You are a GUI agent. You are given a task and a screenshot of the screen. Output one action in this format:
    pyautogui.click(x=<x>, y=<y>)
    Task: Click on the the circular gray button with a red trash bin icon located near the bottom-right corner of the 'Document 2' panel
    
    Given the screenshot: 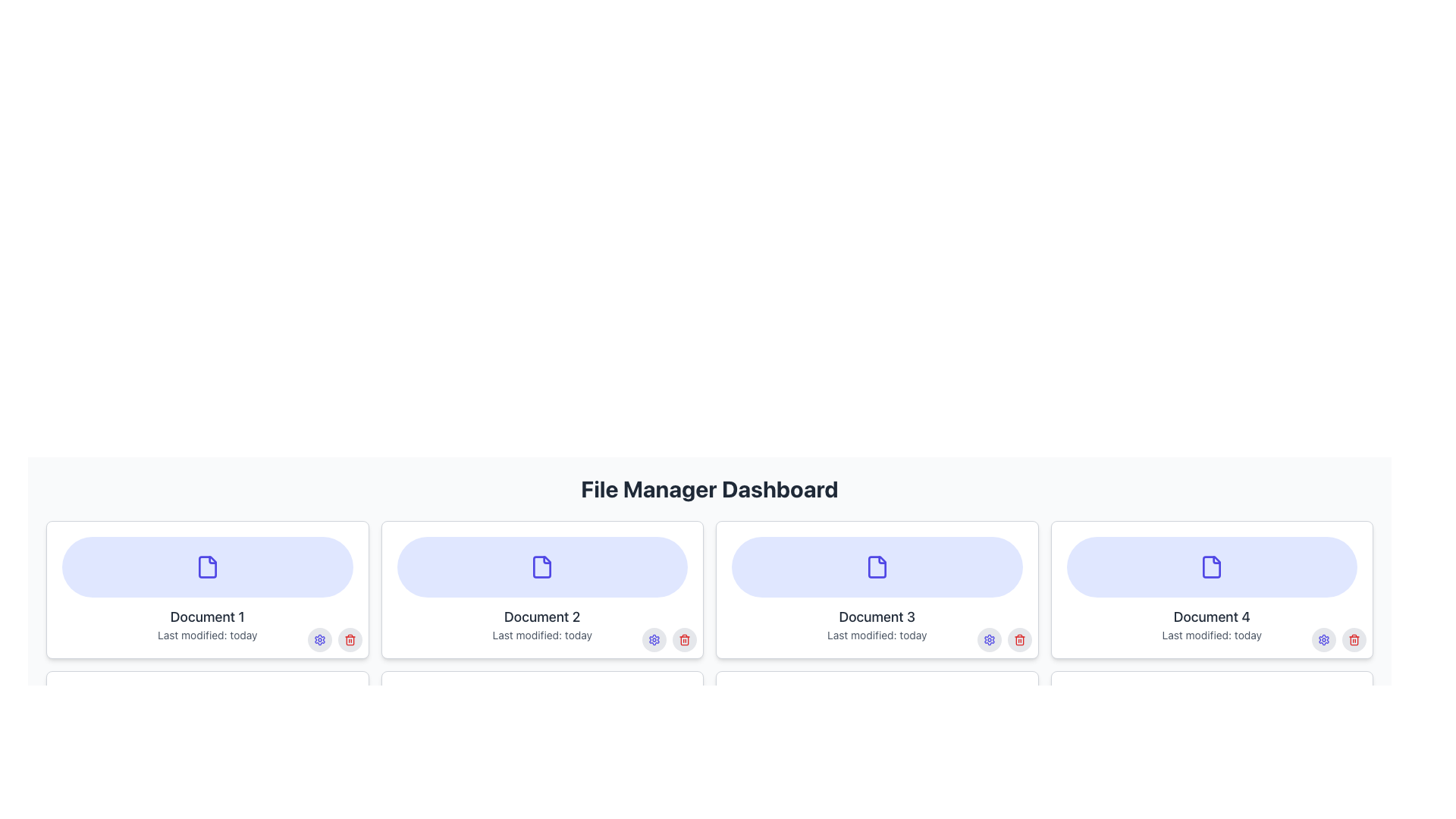 What is the action you would take?
    pyautogui.click(x=683, y=640)
    